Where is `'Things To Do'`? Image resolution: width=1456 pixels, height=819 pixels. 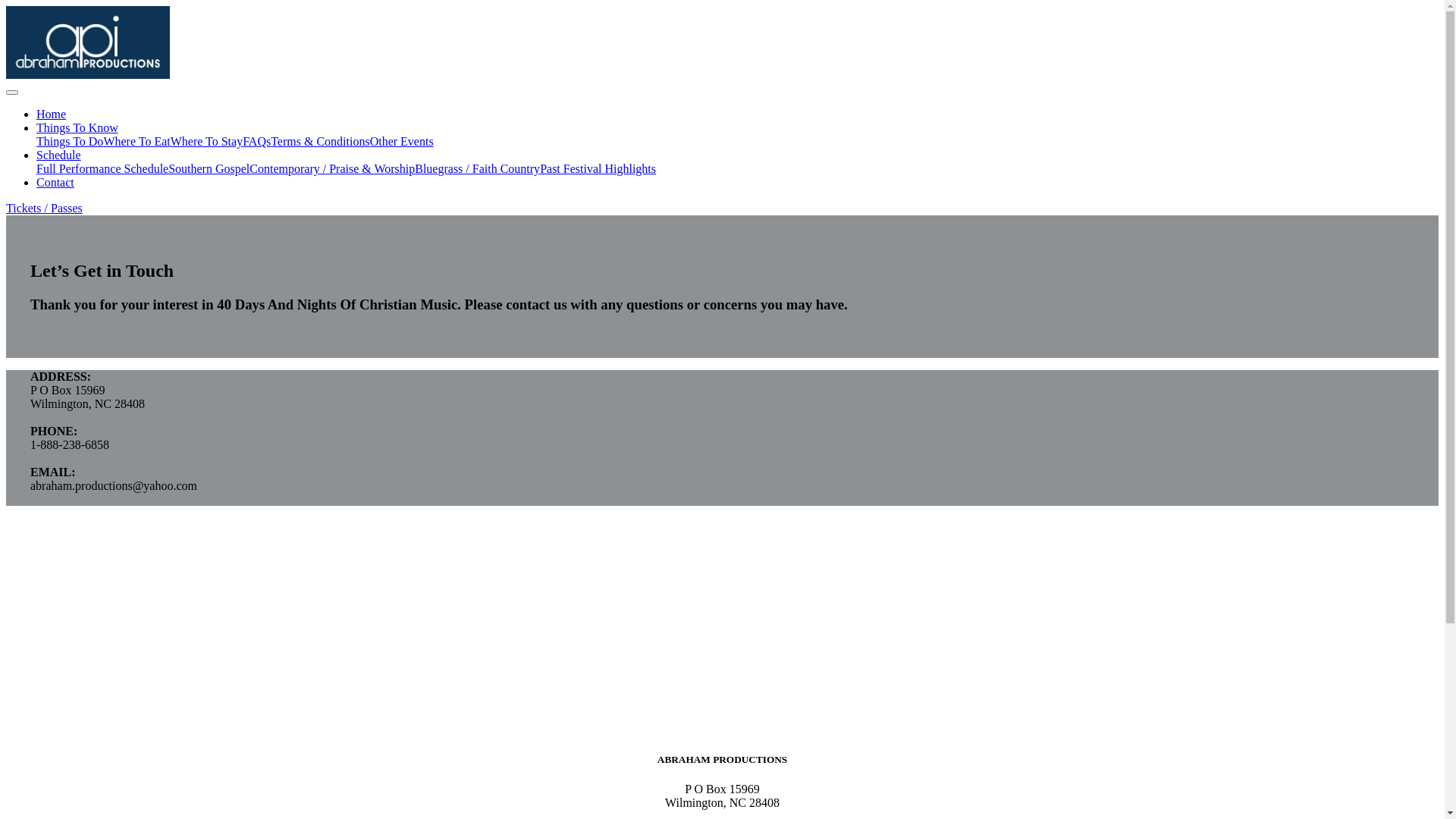
'Things To Do' is located at coordinates (36, 141).